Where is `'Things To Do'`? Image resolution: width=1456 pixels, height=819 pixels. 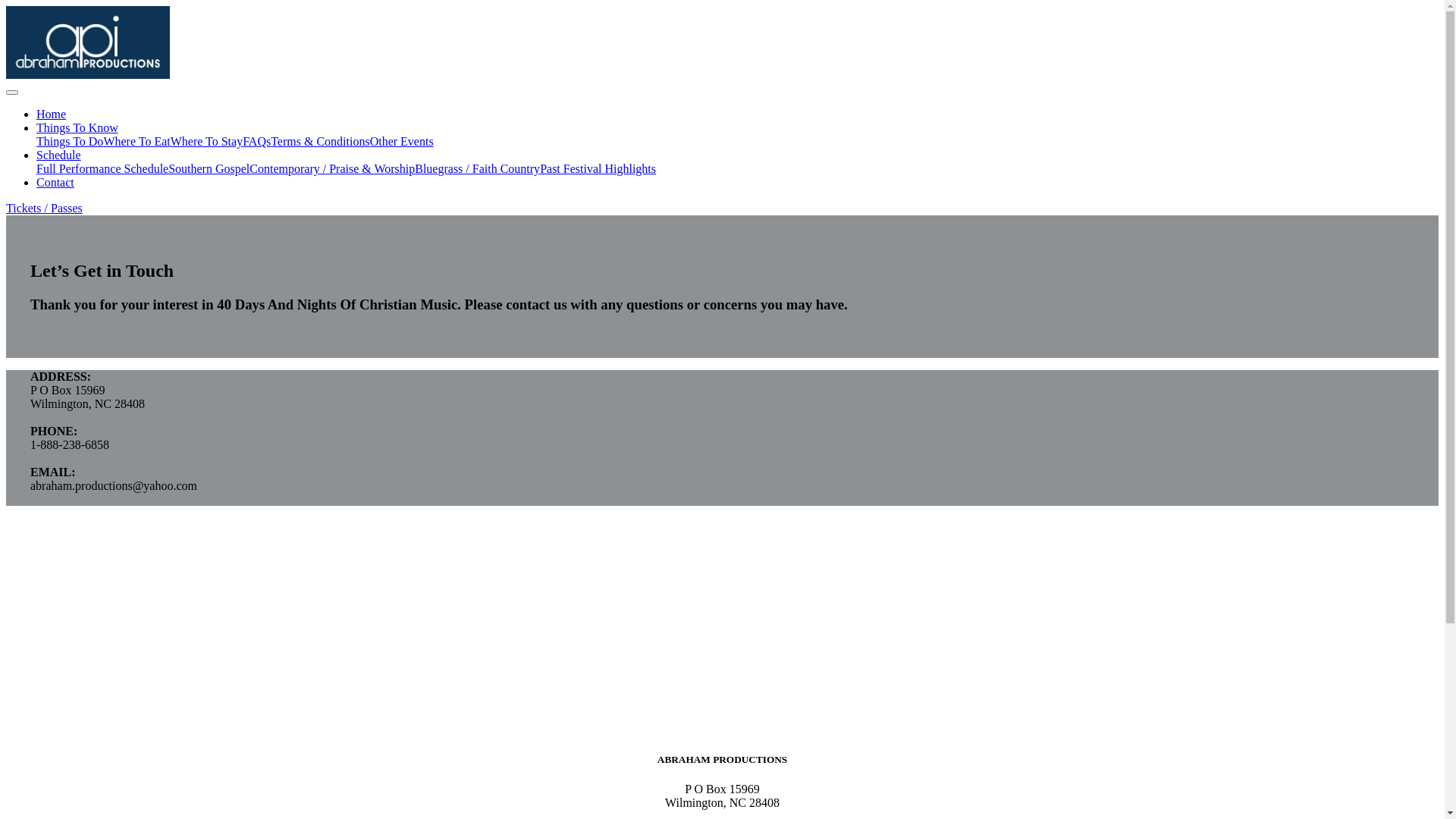
'Things To Do' is located at coordinates (36, 141).